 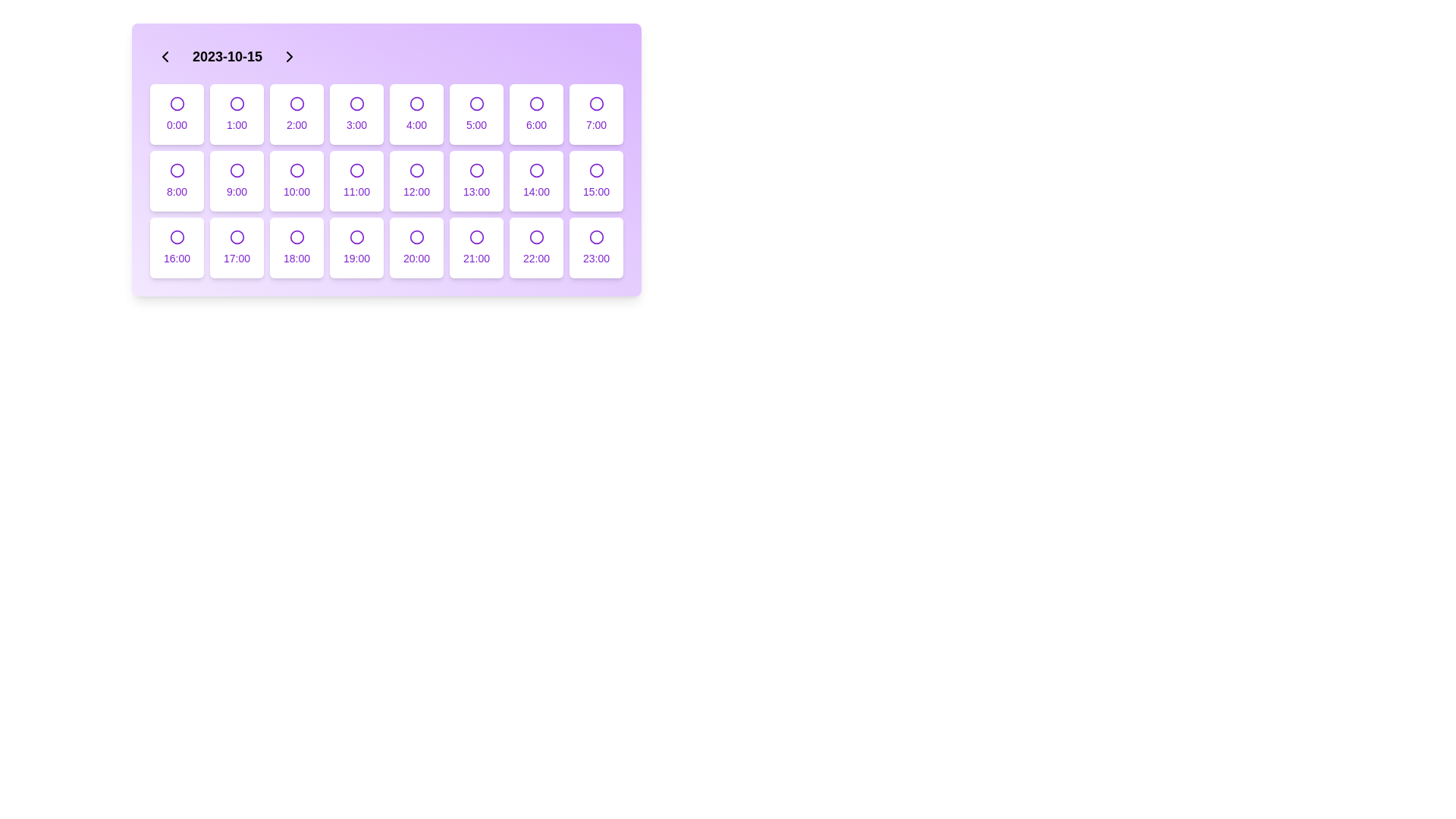 I want to click on the leftward pointing chevron icon located on the left side of the navigation area, so click(x=165, y=55).